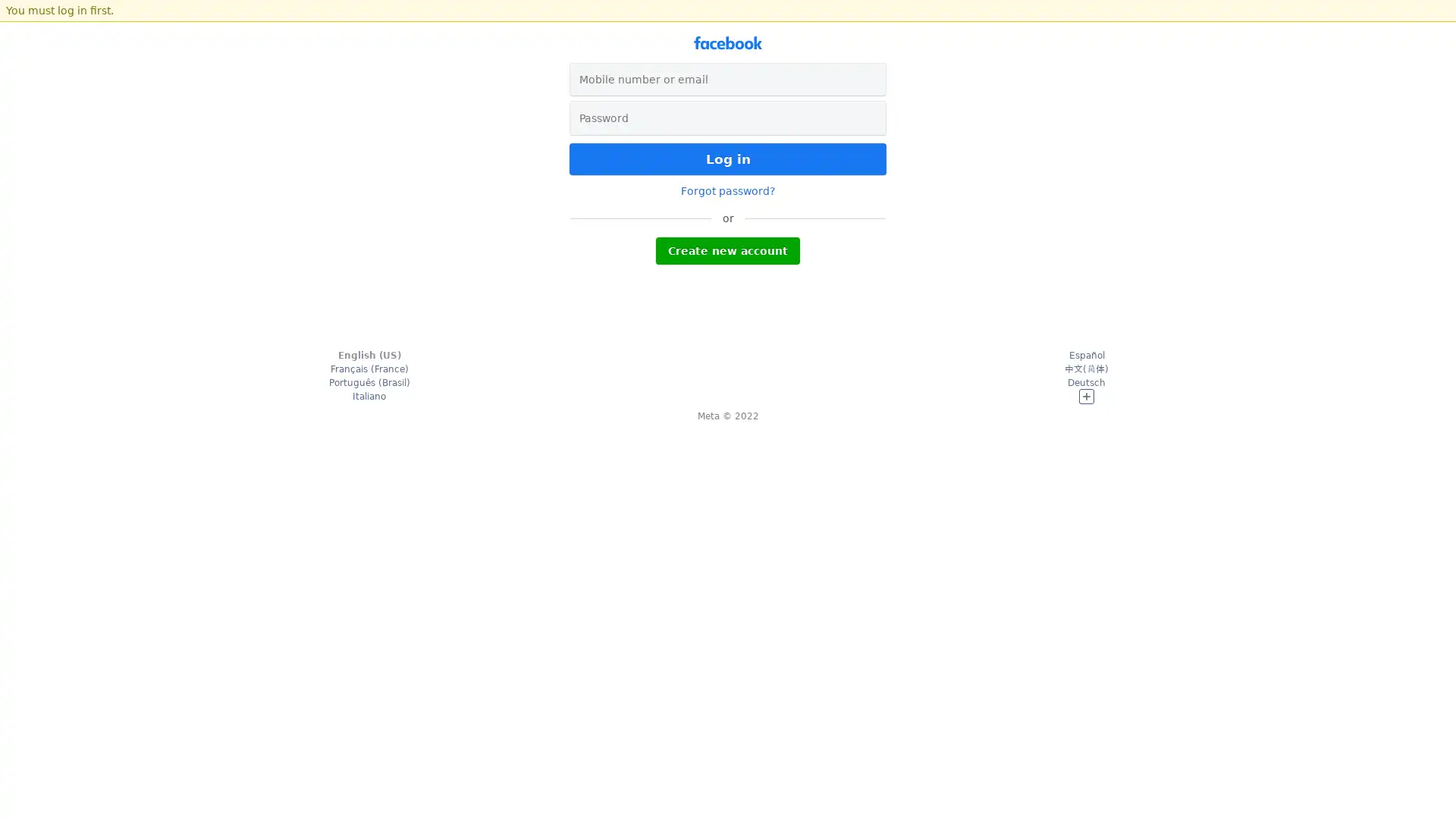 This screenshot has height=819, width=1456. Describe the element at coordinates (728, 250) in the screenshot. I see `Create new account` at that location.